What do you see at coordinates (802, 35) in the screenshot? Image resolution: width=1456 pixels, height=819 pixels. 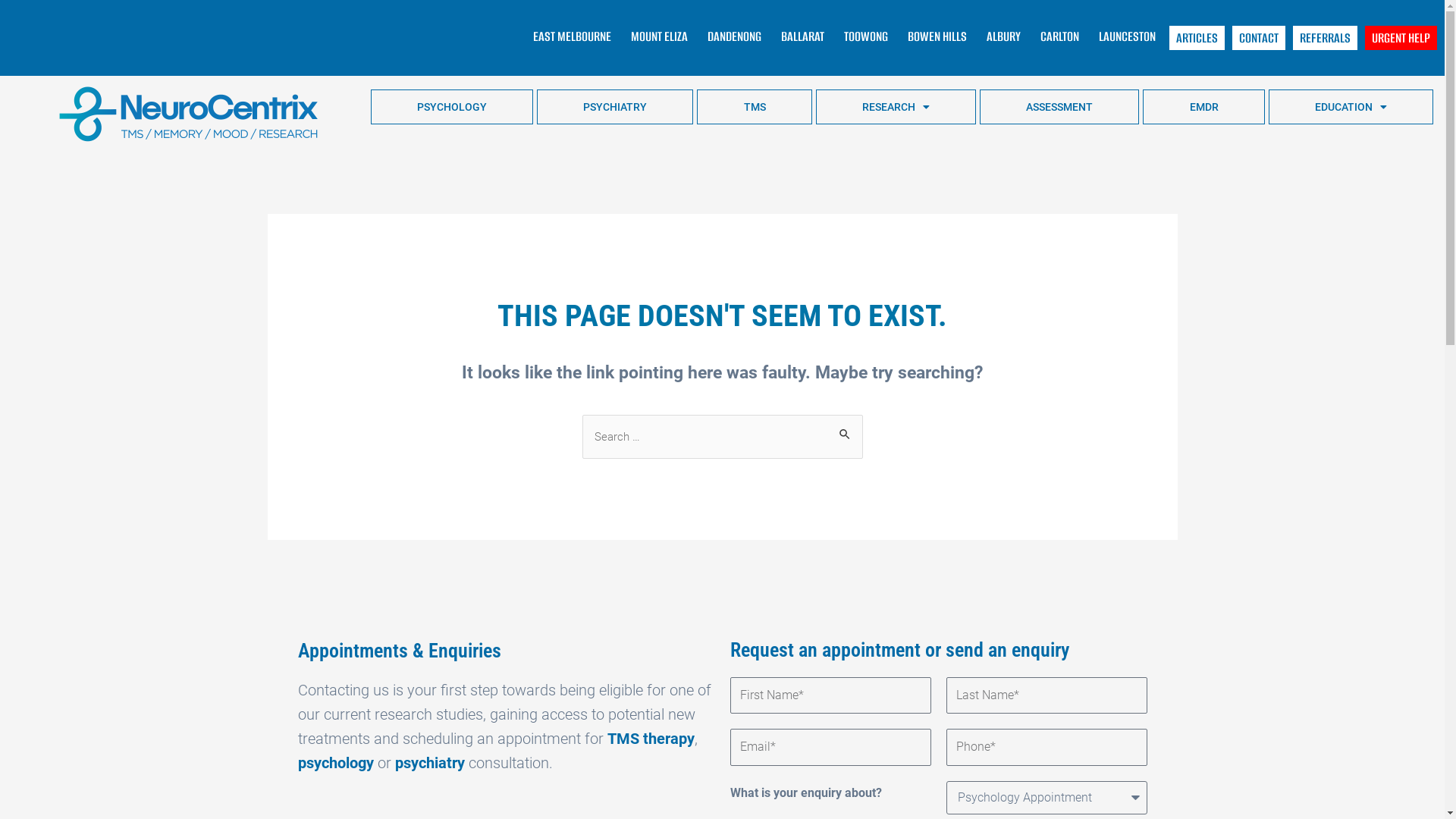 I see `'BALLARAT'` at bounding box center [802, 35].